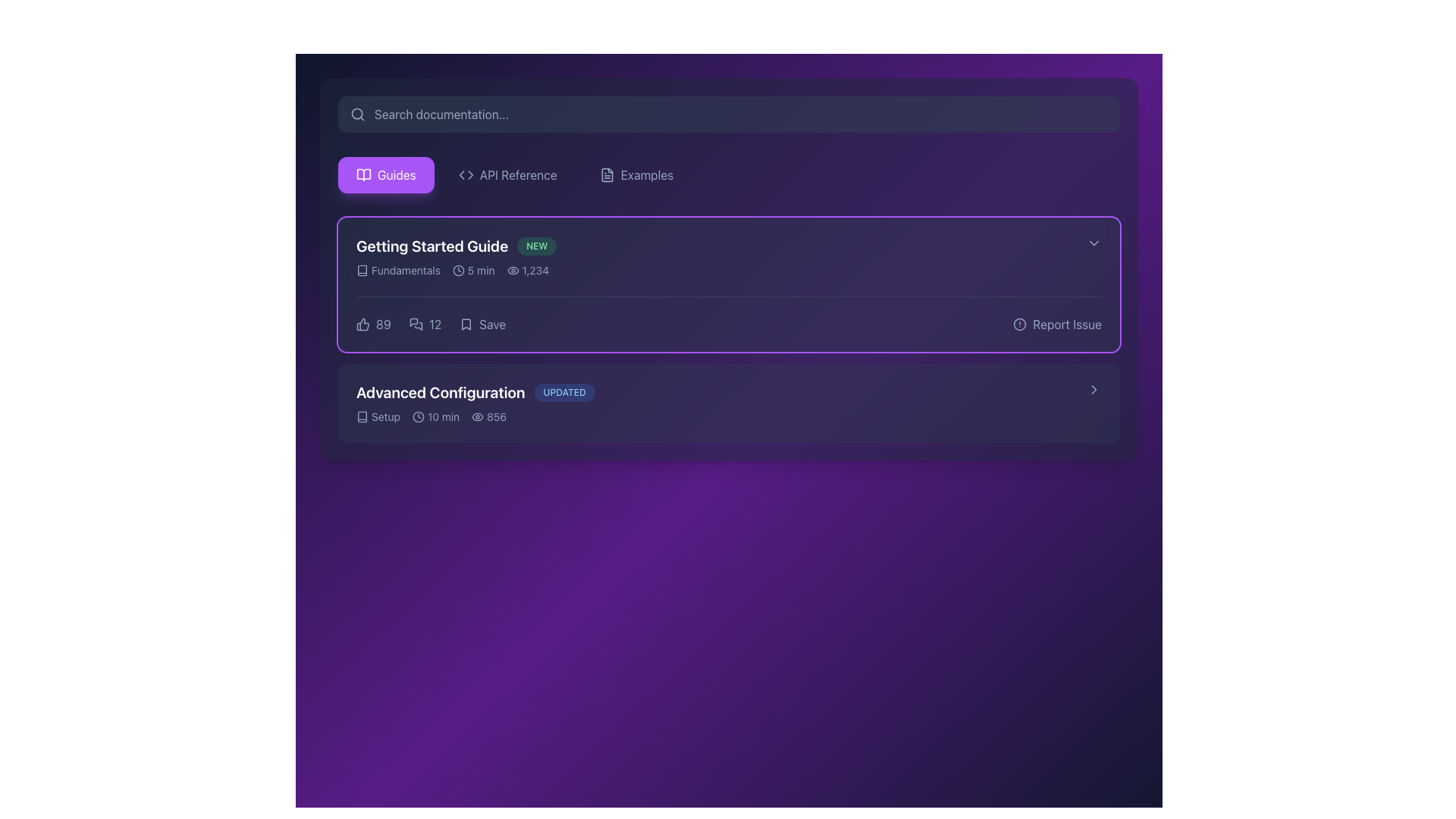 Image resolution: width=1456 pixels, height=819 pixels. I want to click on the chevron icon located at the far-right edge of the 'Getting Started Guide' item, so click(1094, 242).